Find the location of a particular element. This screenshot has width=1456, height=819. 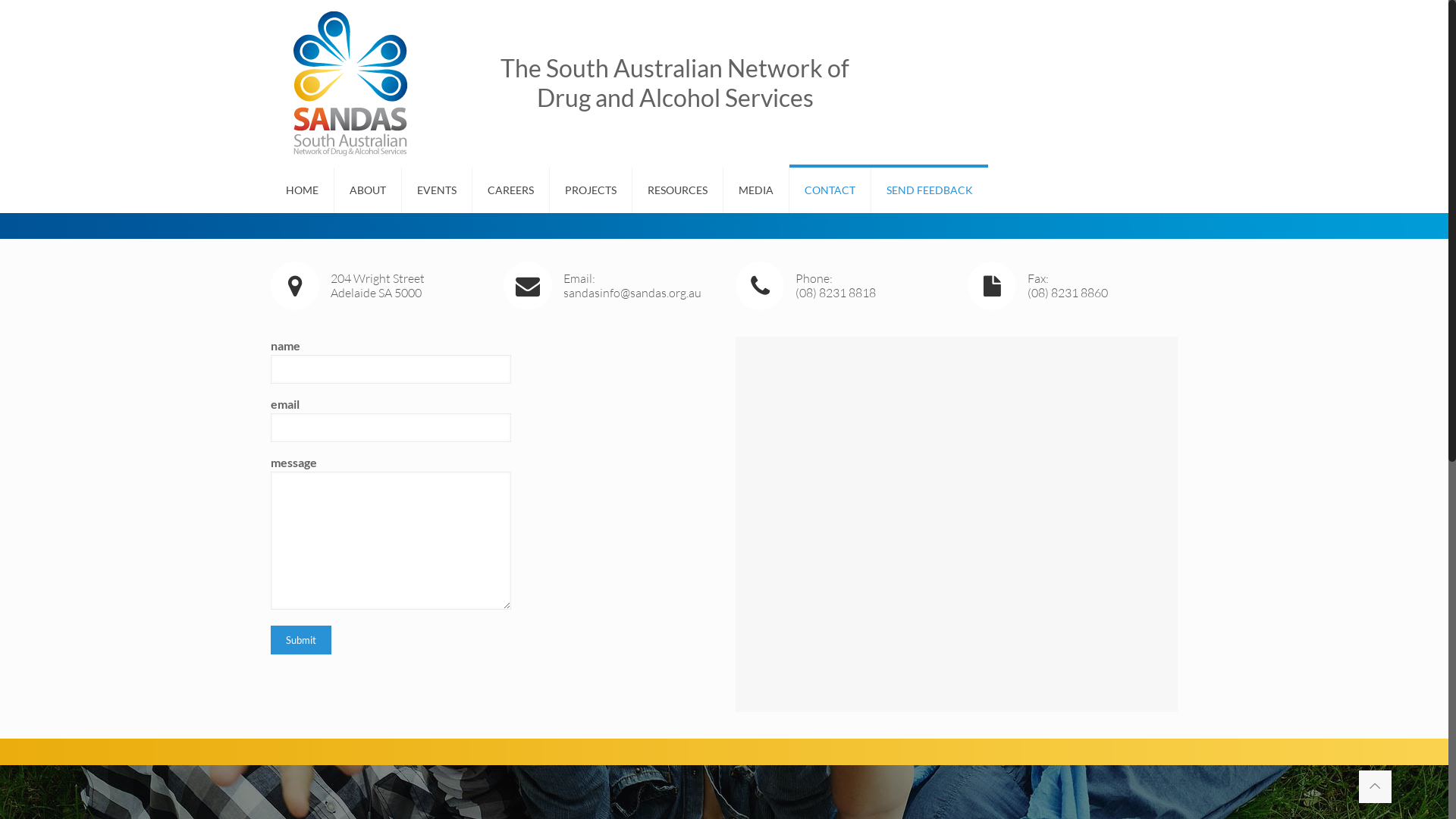

'Phone: is located at coordinates (839, 286).